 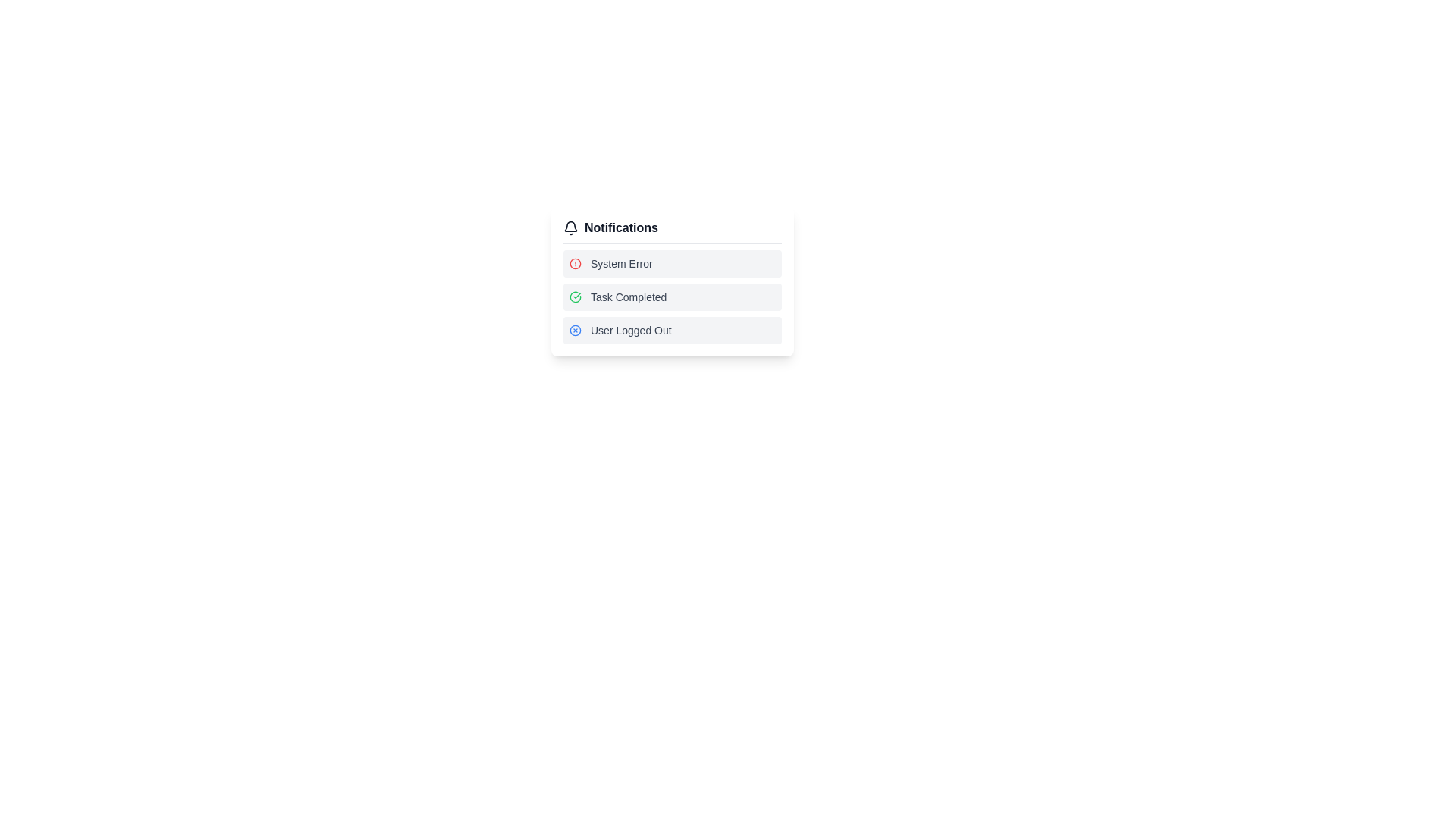 What do you see at coordinates (672, 262) in the screenshot?
I see `the notification labeled 'System Error' which is the first item in a vertical list within a white card` at bounding box center [672, 262].